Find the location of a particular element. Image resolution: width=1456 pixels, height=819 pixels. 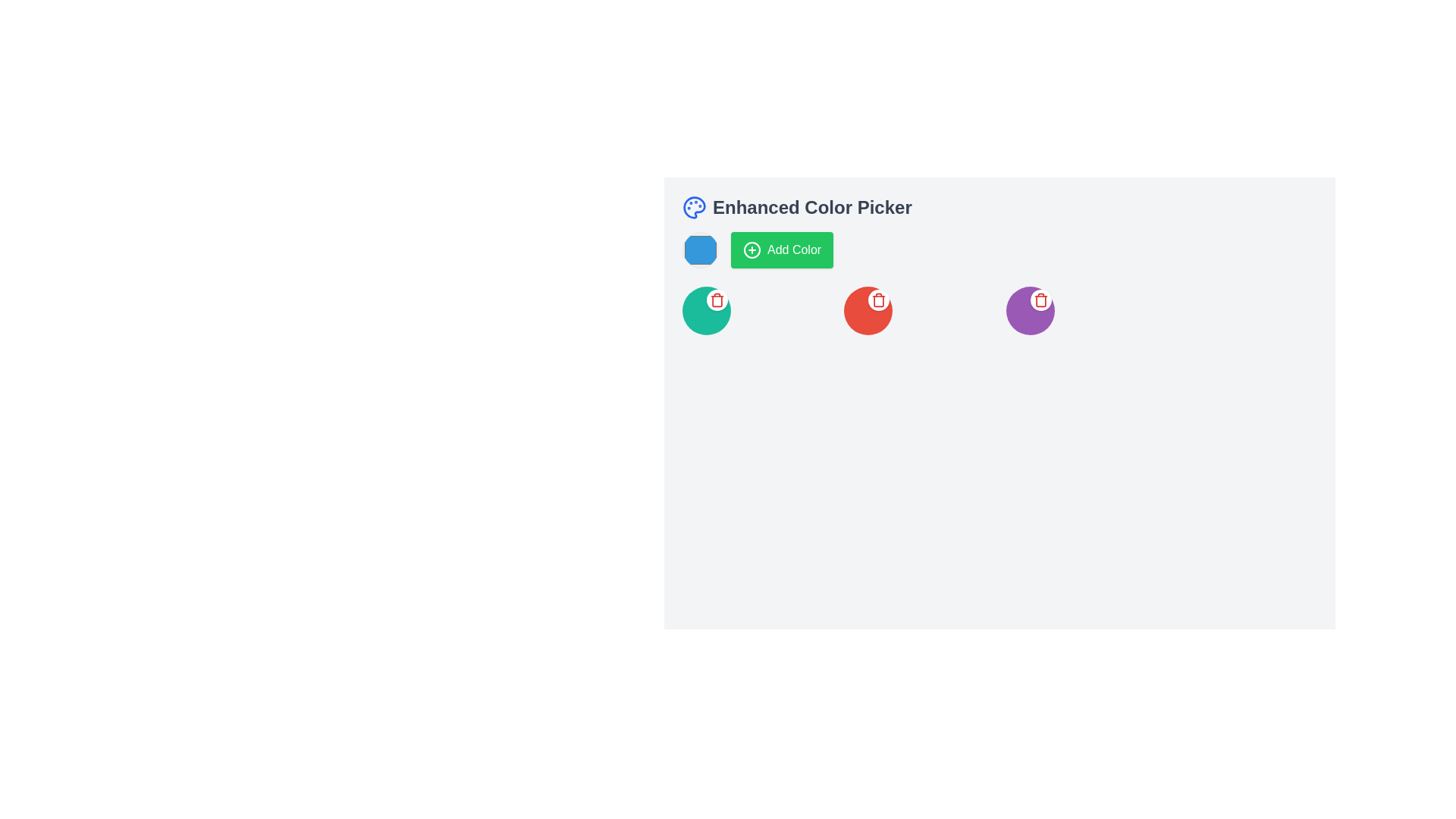

the circular blue button located to the left of the 'Add Color' green button in the Enhanced Color Picker interface to interact with the color selection is located at coordinates (700, 249).